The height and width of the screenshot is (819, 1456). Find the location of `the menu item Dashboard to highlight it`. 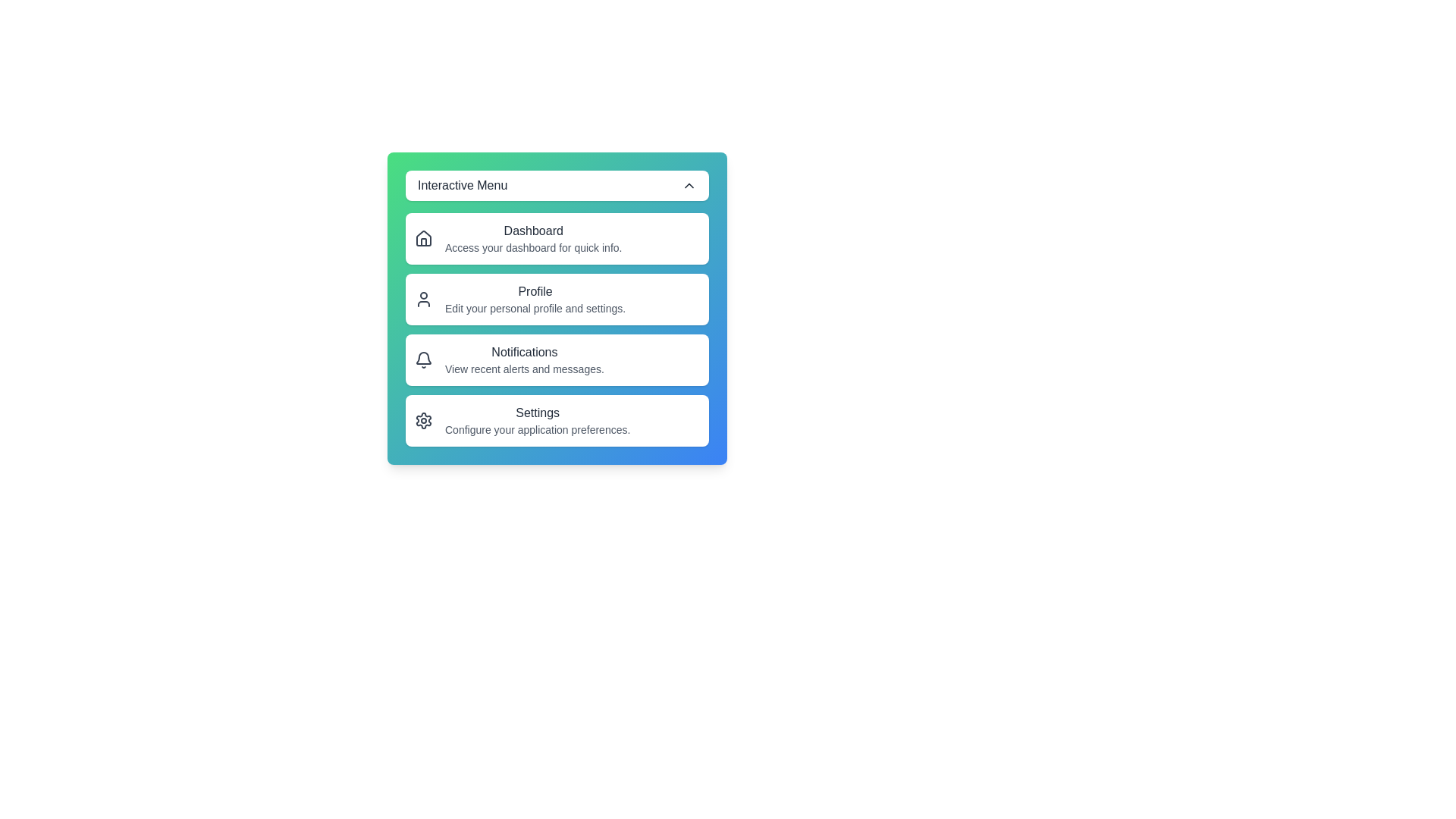

the menu item Dashboard to highlight it is located at coordinates (556, 239).